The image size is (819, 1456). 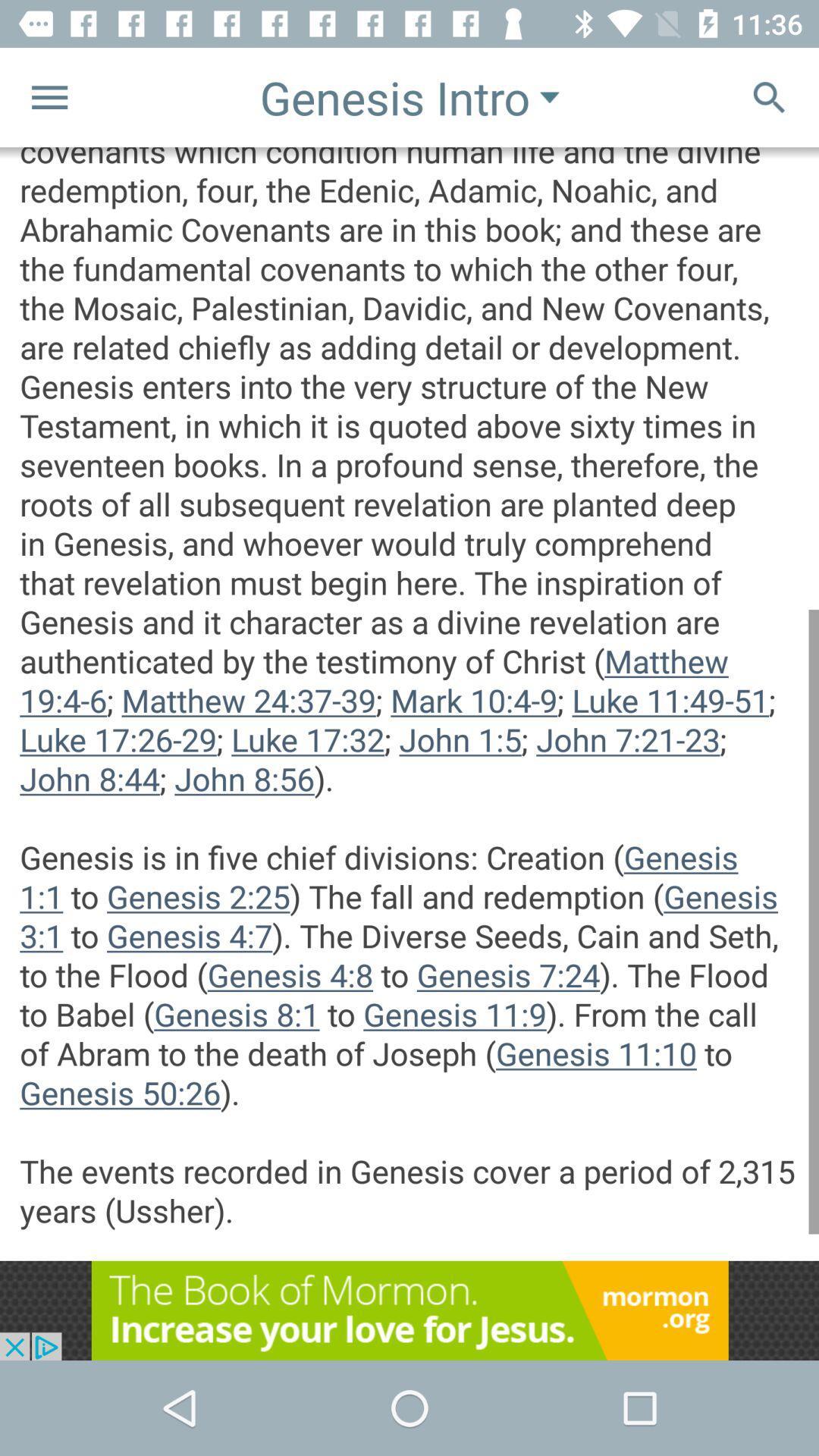 I want to click on menu button, so click(x=49, y=96).